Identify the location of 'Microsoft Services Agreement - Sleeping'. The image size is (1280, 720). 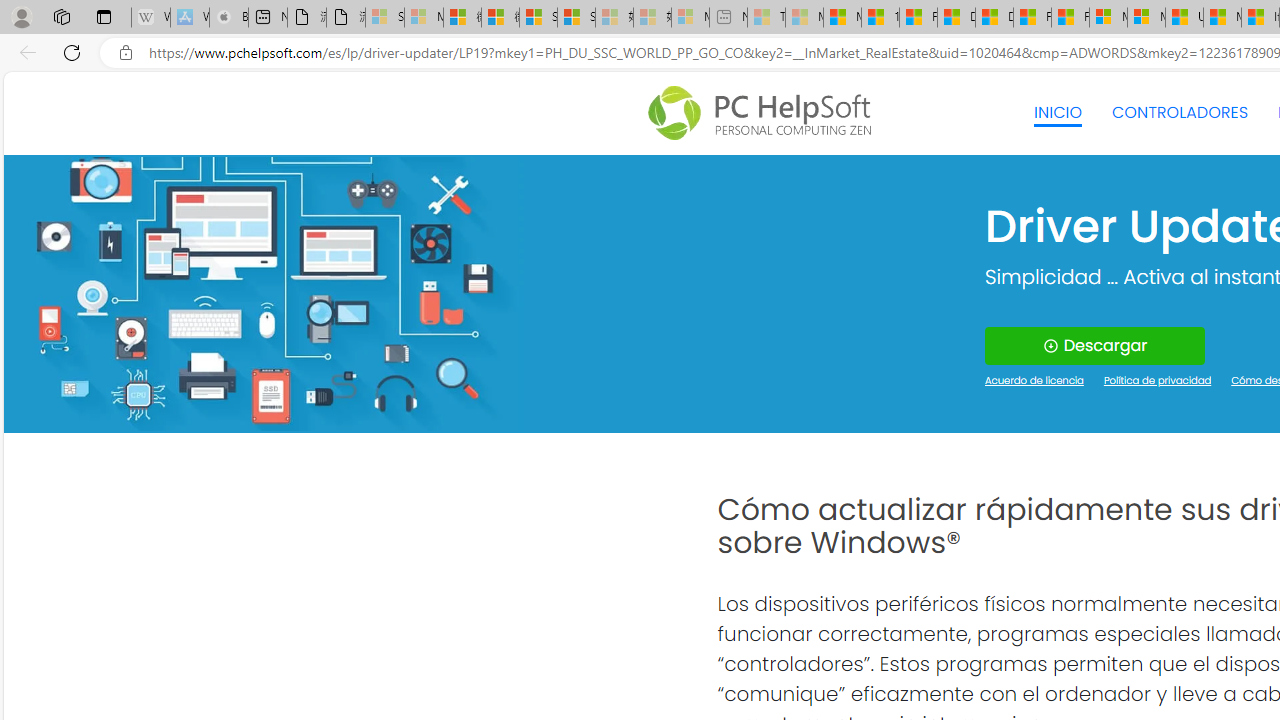
(422, 17).